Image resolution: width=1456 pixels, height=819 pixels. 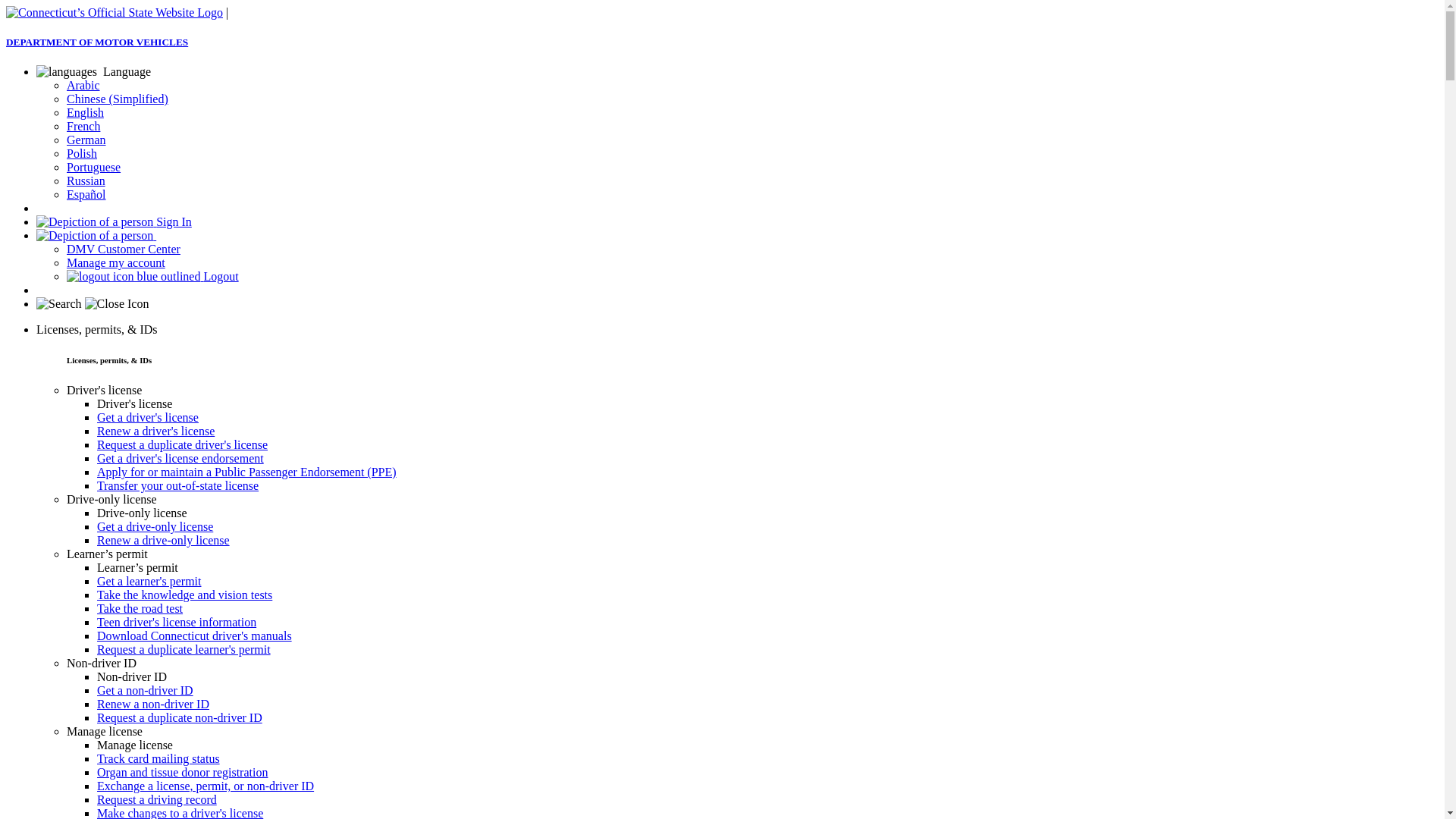 I want to click on 'Get a driver's license endorsement', so click(x=180, y=457).